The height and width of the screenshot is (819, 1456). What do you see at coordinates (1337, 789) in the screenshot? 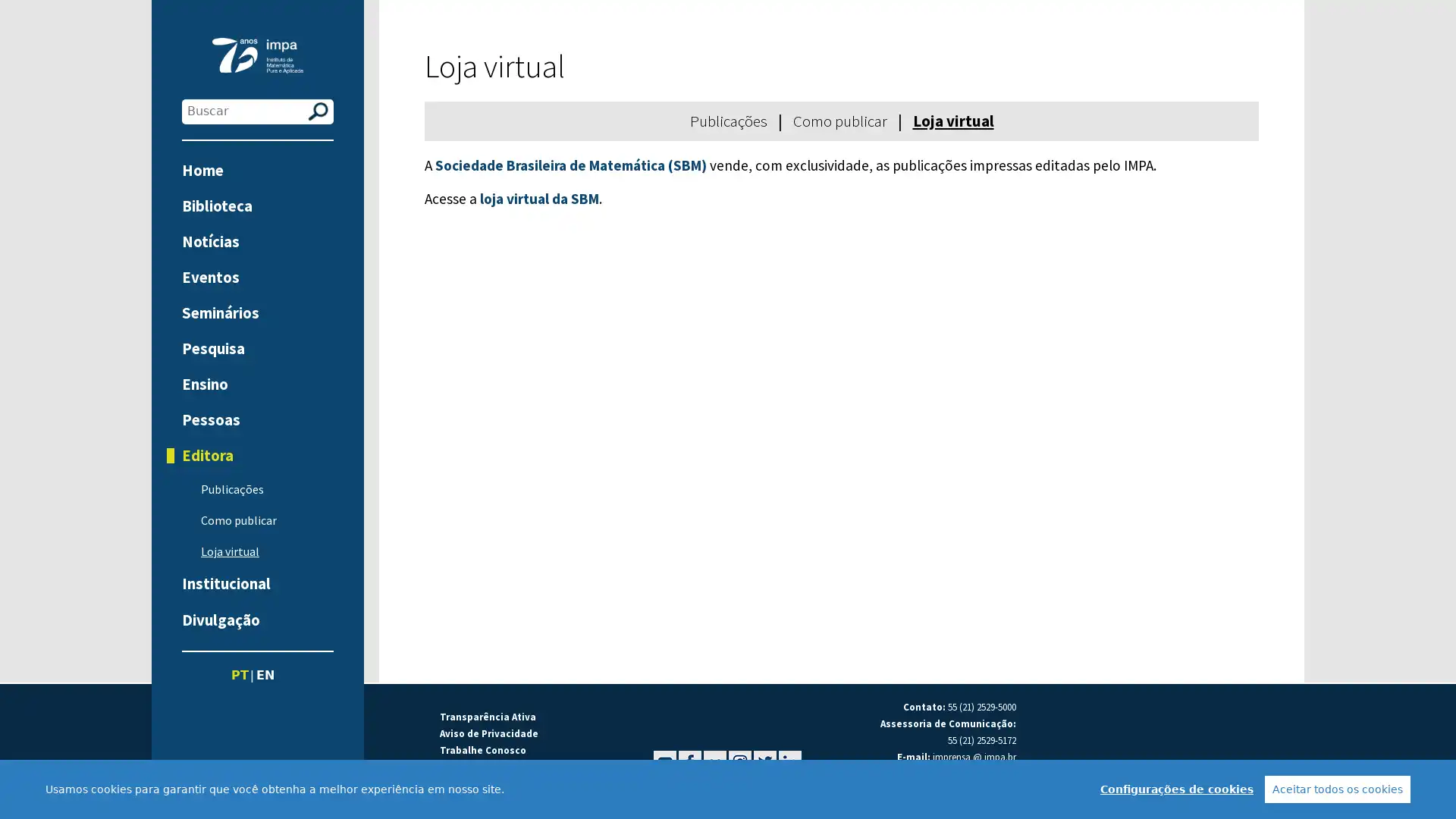
I see `Aceitar todos os cookies` at bounding box center [1337, 789].